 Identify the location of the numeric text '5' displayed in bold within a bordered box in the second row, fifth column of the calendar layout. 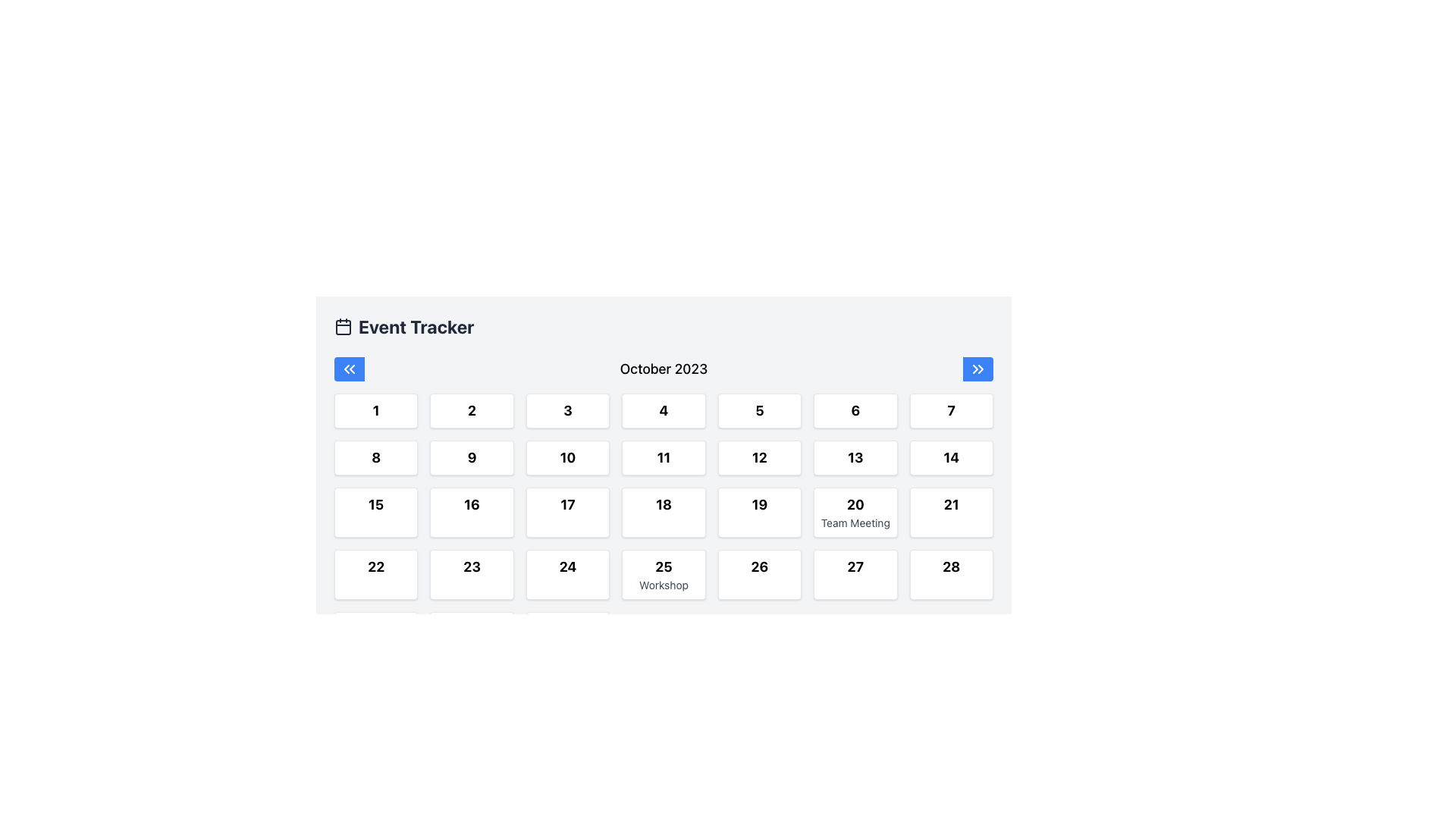
(759, 411).